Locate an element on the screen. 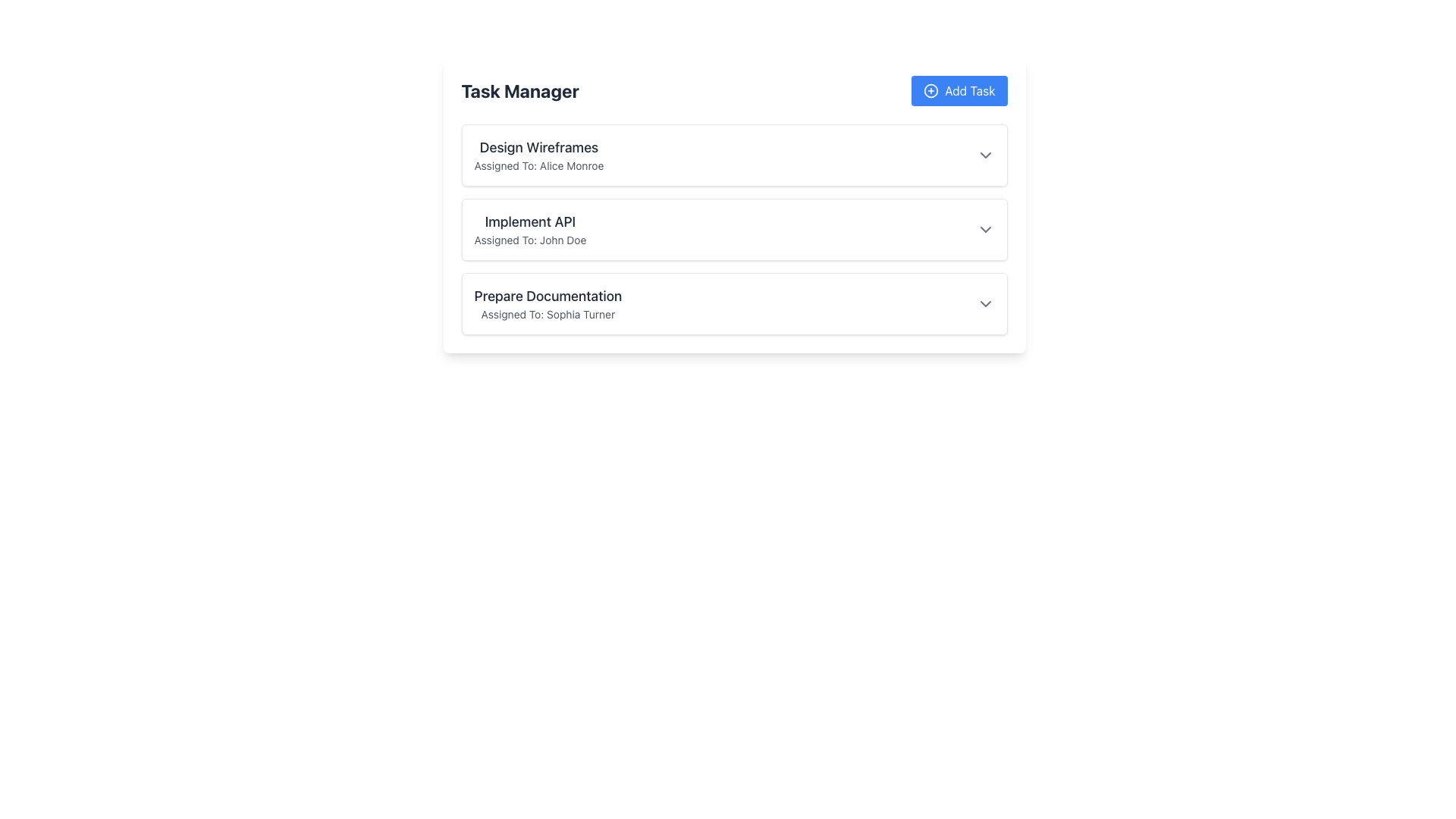 Image resolution: width=1456 pixels, height=819 pixels. the expandable list item titled 'Design Wireframes' is located at coordinates (734, 155).